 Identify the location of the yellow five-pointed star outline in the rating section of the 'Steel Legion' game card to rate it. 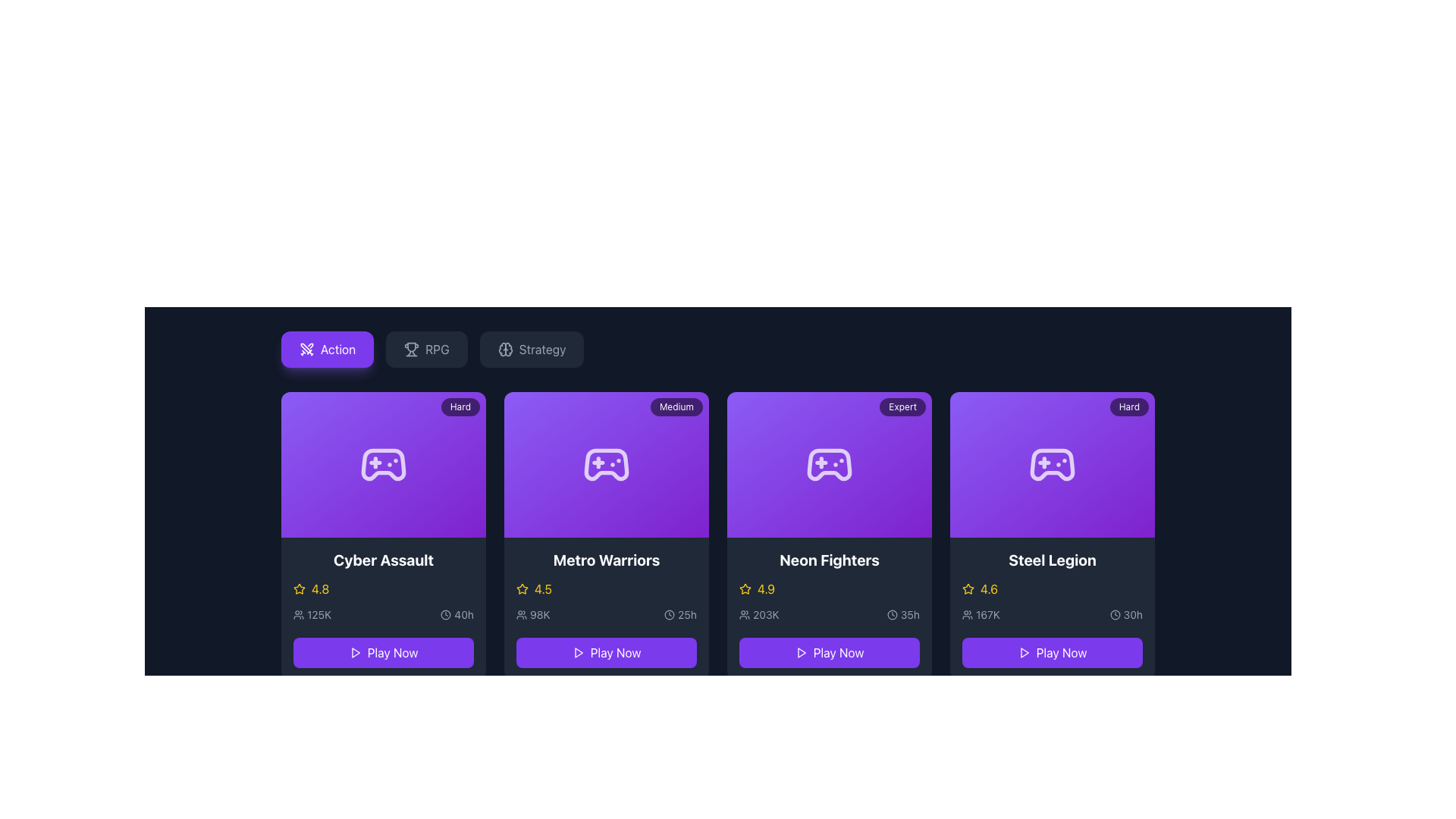
(967, 587).